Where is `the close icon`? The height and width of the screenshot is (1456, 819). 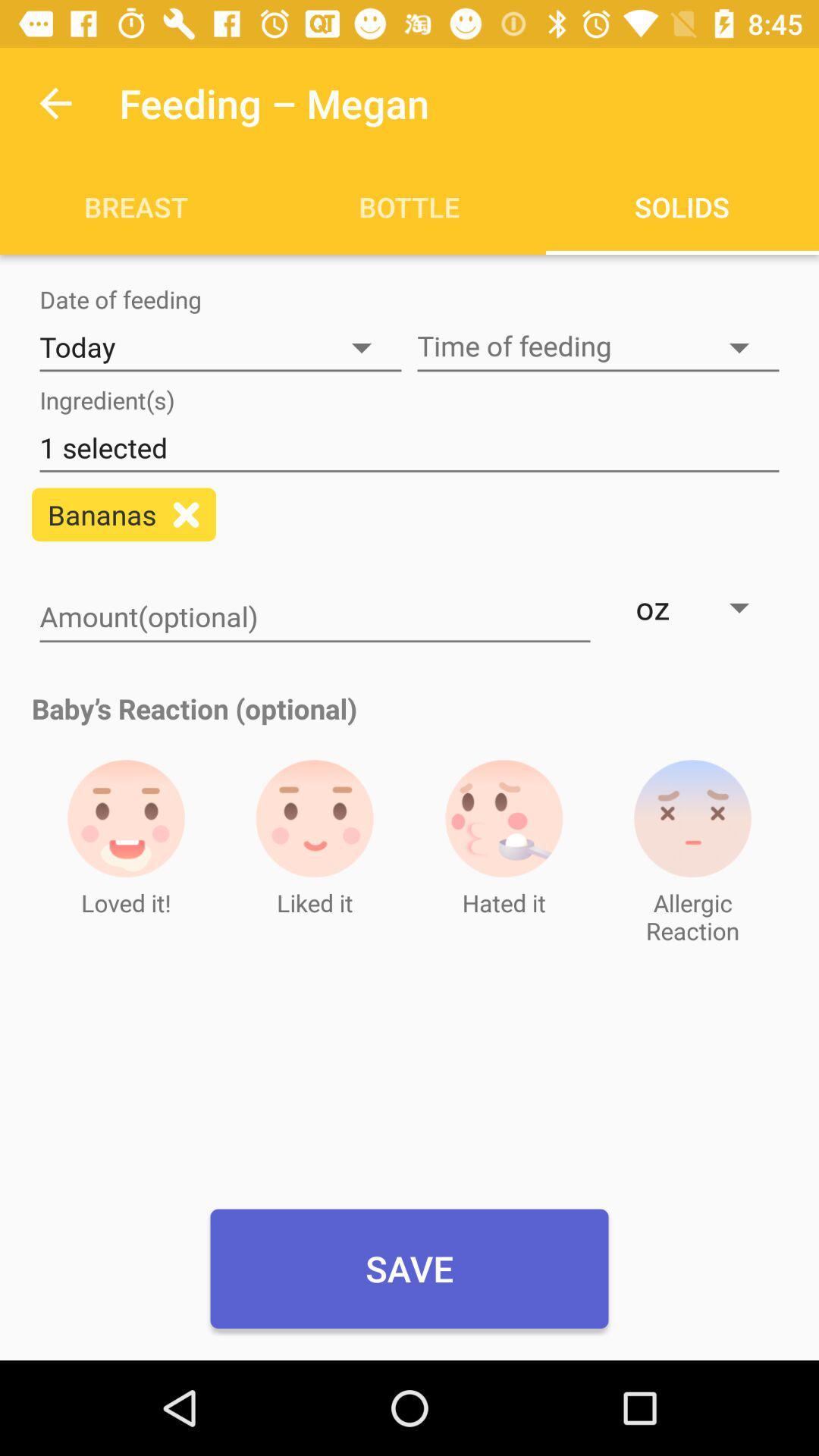 the close icon is located at coordinates (185, 514).